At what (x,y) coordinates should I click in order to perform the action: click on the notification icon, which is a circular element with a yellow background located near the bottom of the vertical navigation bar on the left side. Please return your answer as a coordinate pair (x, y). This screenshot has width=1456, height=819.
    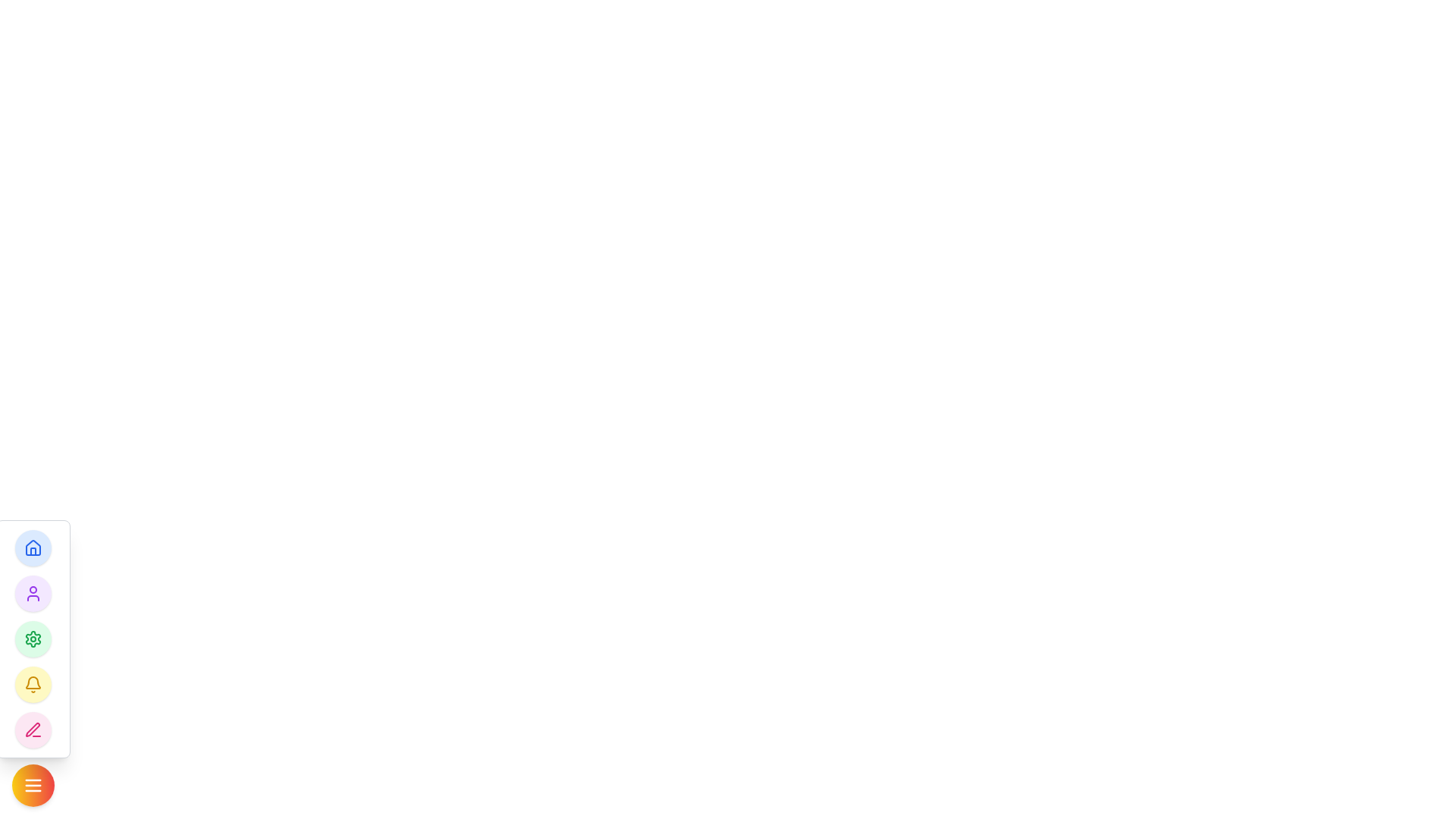
    Looking at the image, I should click on (33, 684).